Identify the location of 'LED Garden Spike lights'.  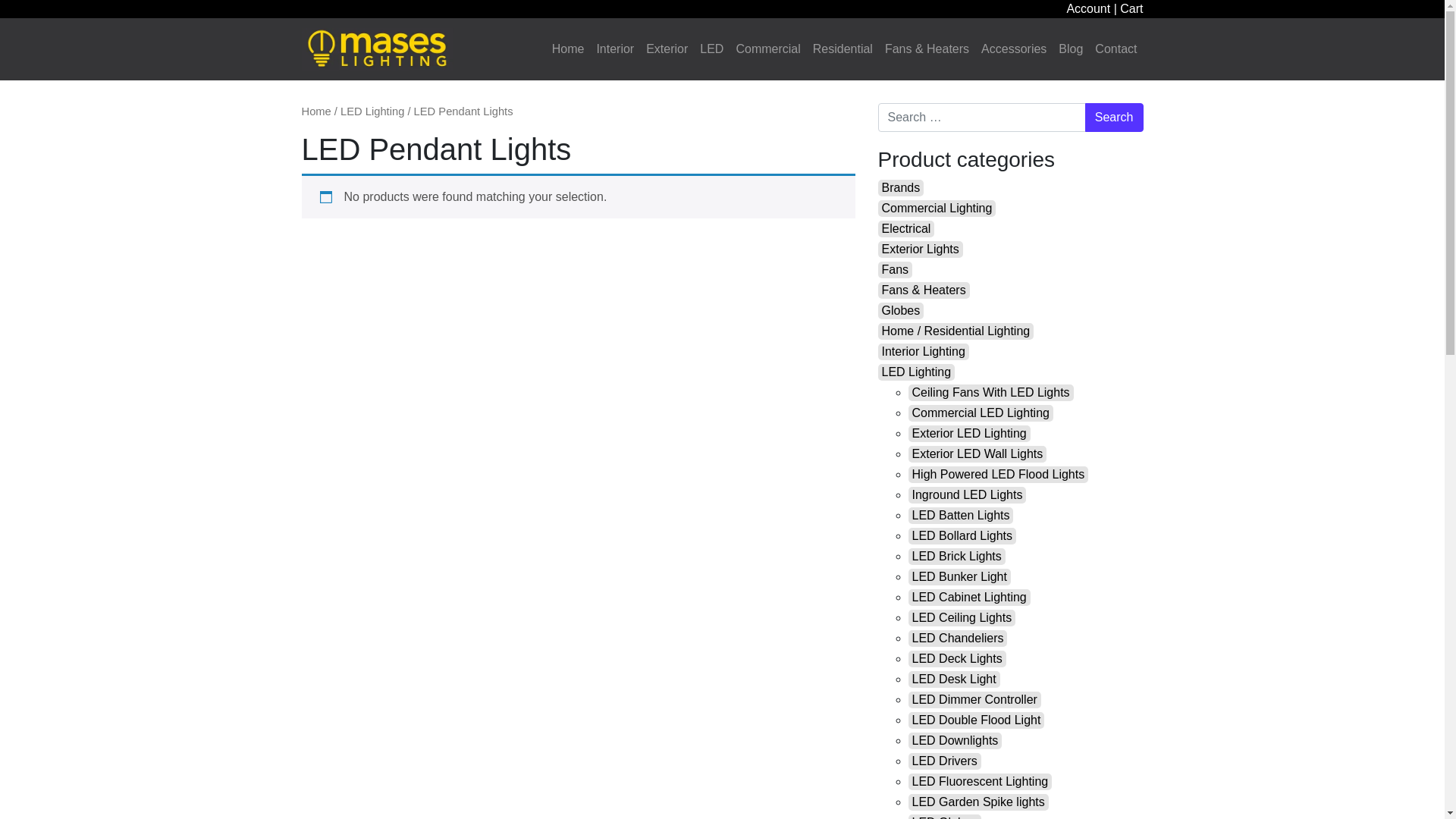
(978, 801).